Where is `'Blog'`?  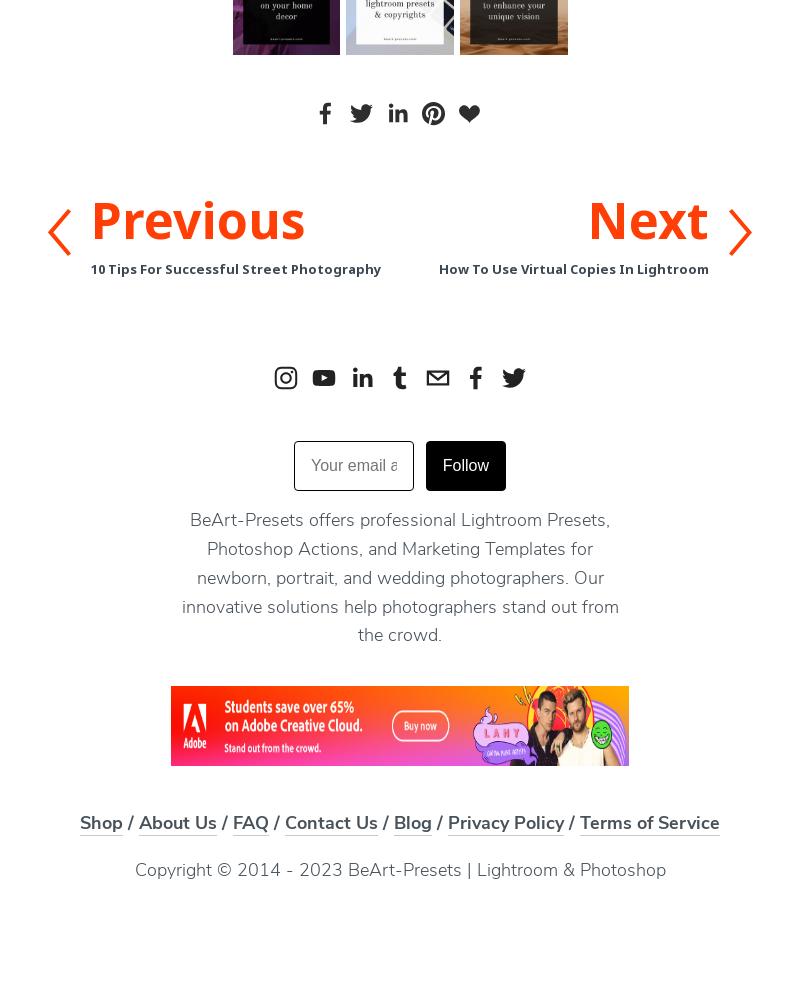
'Blog' is located at coordinates (393, 824).